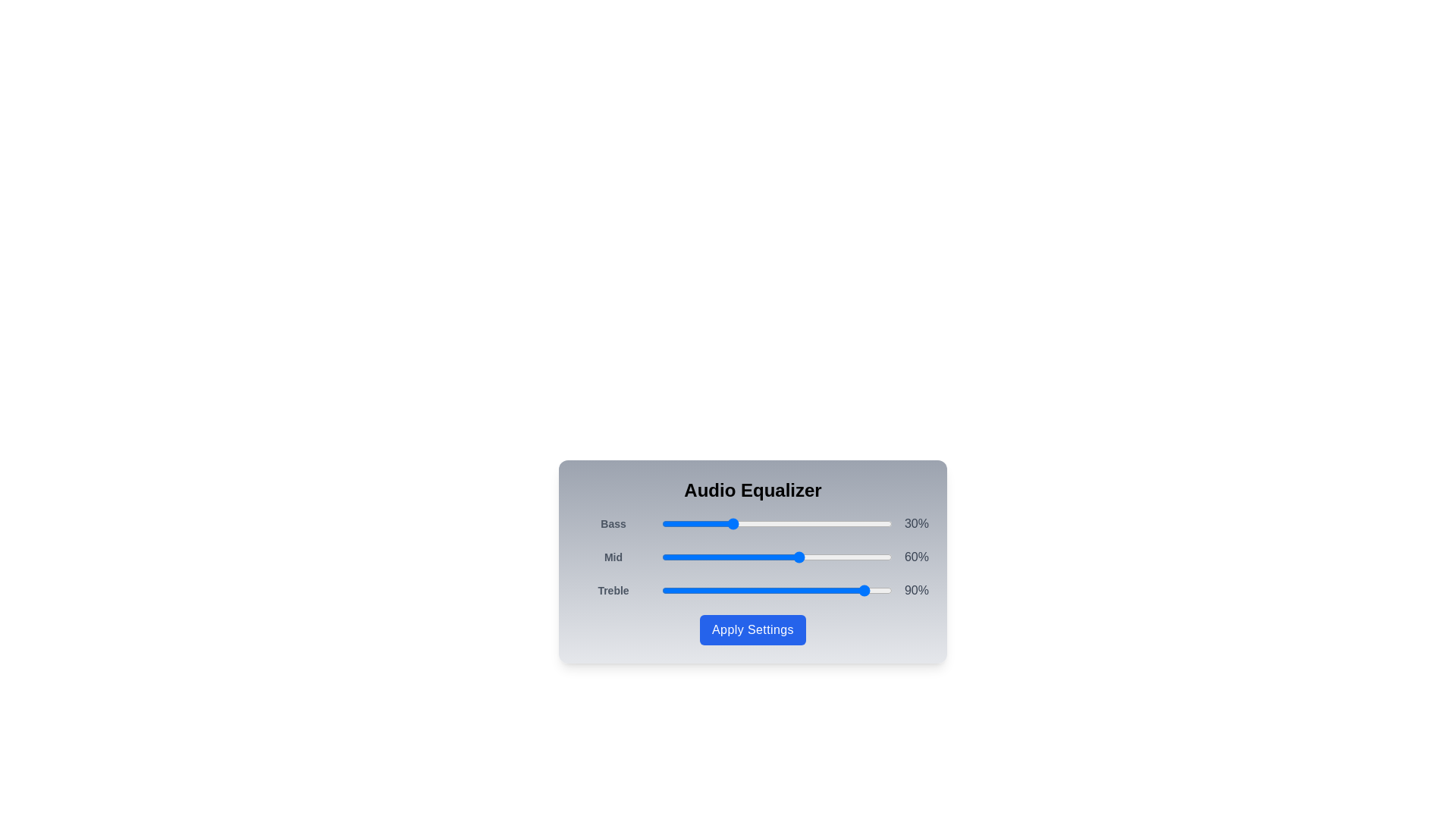 Image resolution: width=1456 pixels, height=819 pixels. I want to click on the 0 slider to 49%, so click(775, 522).